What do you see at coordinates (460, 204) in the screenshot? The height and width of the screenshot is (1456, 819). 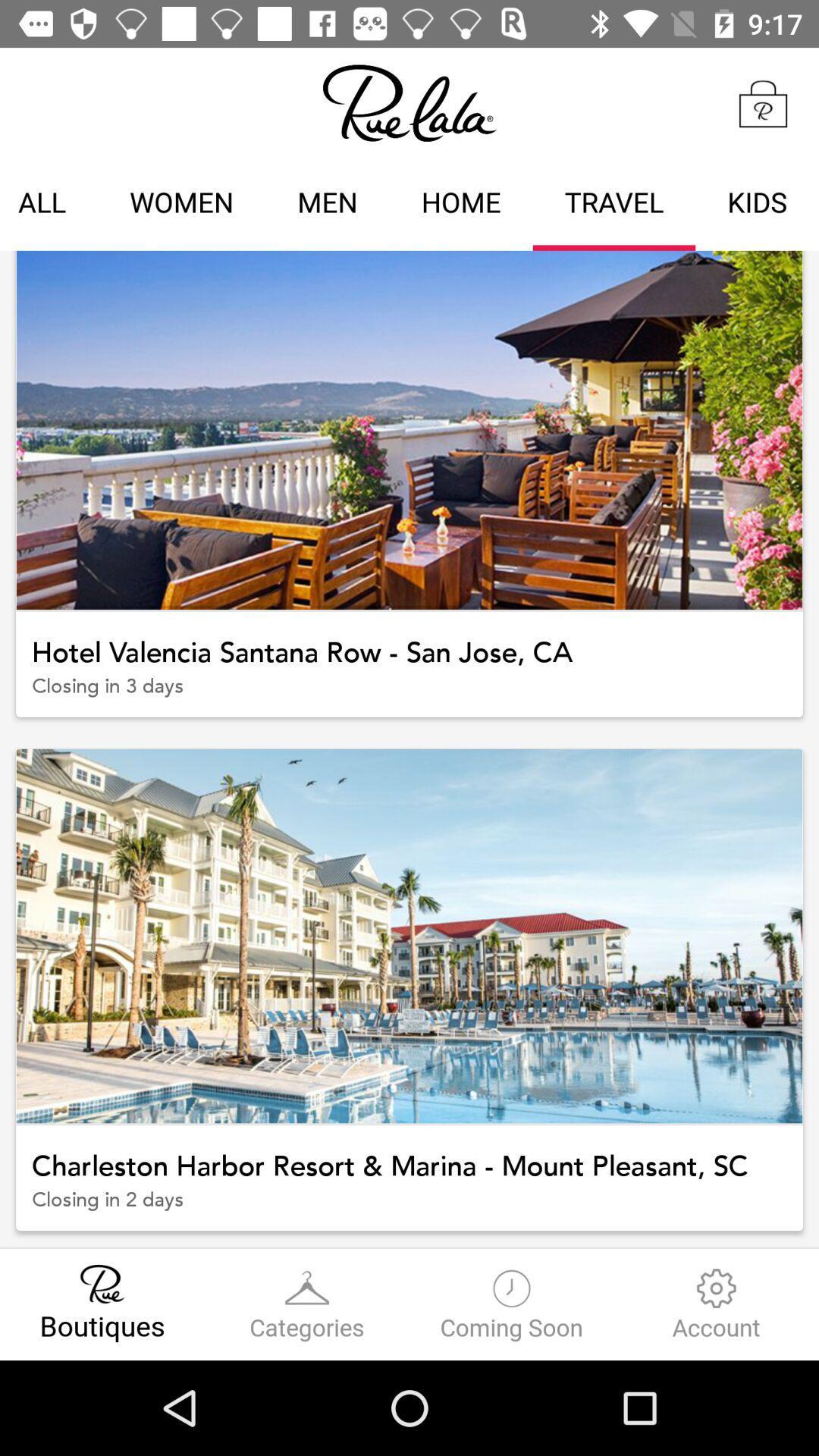 I see `home icon` at bounding box center [460, 204].